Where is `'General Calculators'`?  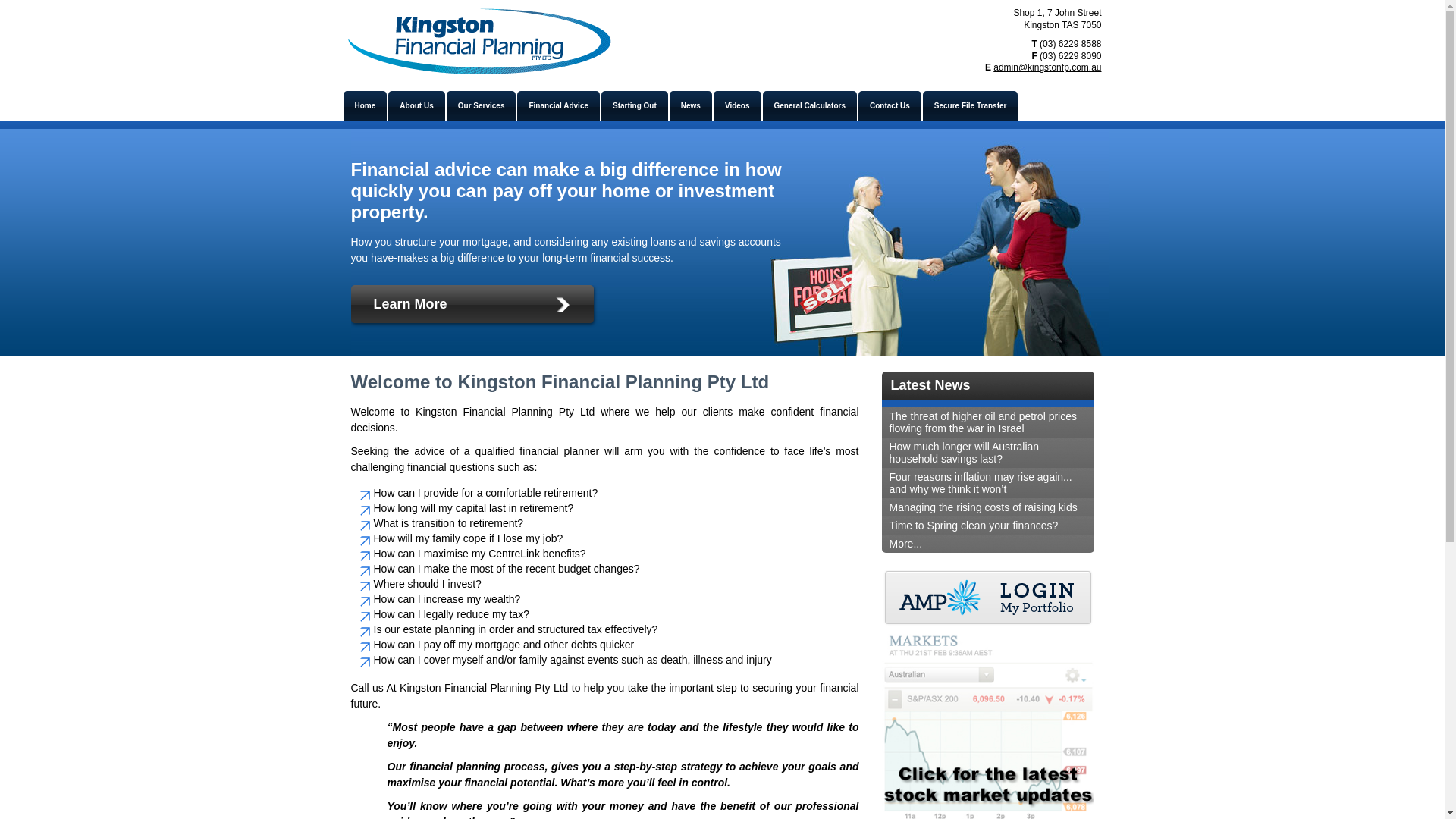
'General Calculators' is located at coordinates (808, 105).